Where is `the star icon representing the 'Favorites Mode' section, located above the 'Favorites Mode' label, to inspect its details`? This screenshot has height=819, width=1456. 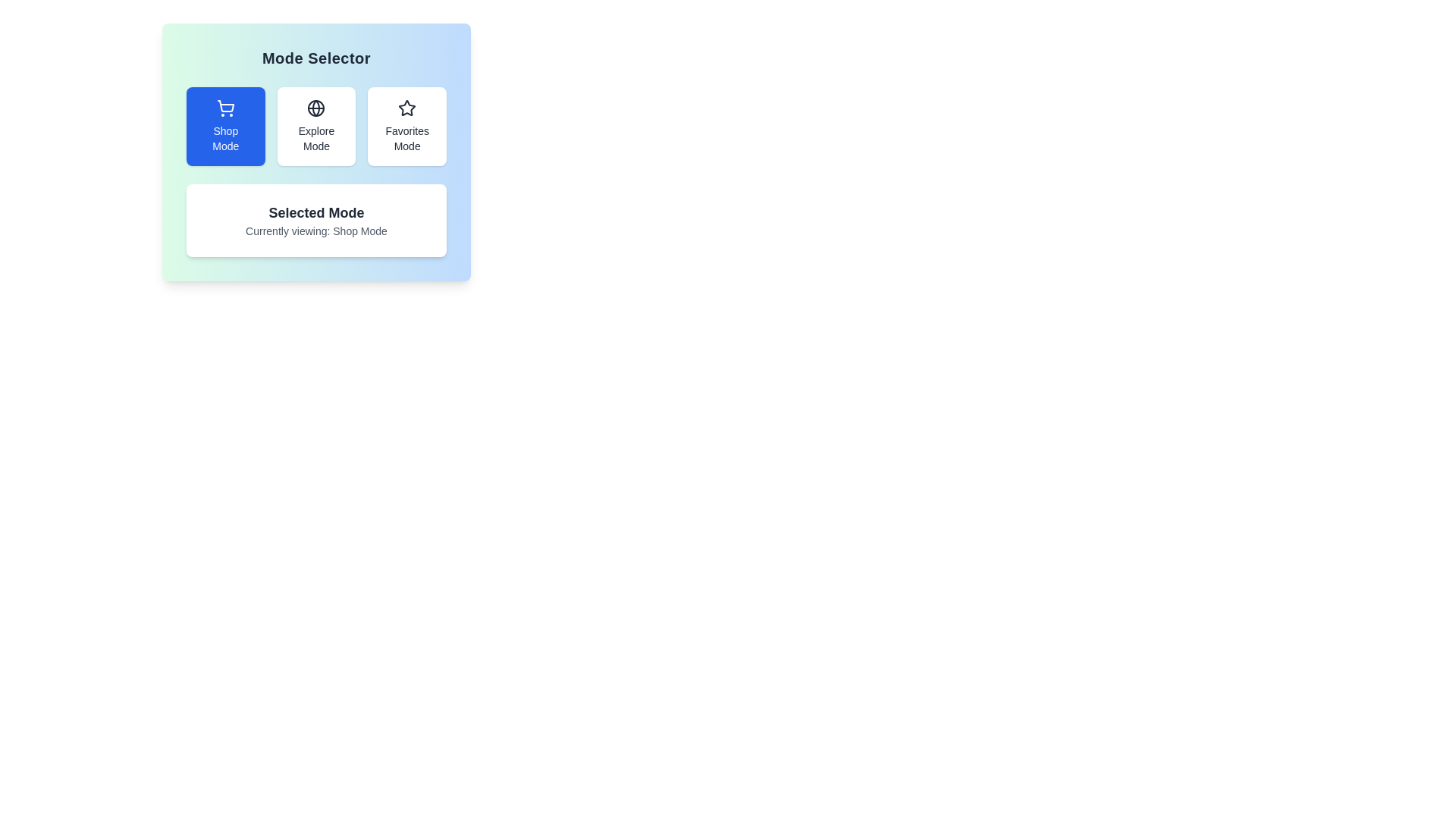
the star icon representing the 'Favorites Mode' section, located above the 'Favorites Mode' label, to inspect its details is located at coordinates (407, 107).